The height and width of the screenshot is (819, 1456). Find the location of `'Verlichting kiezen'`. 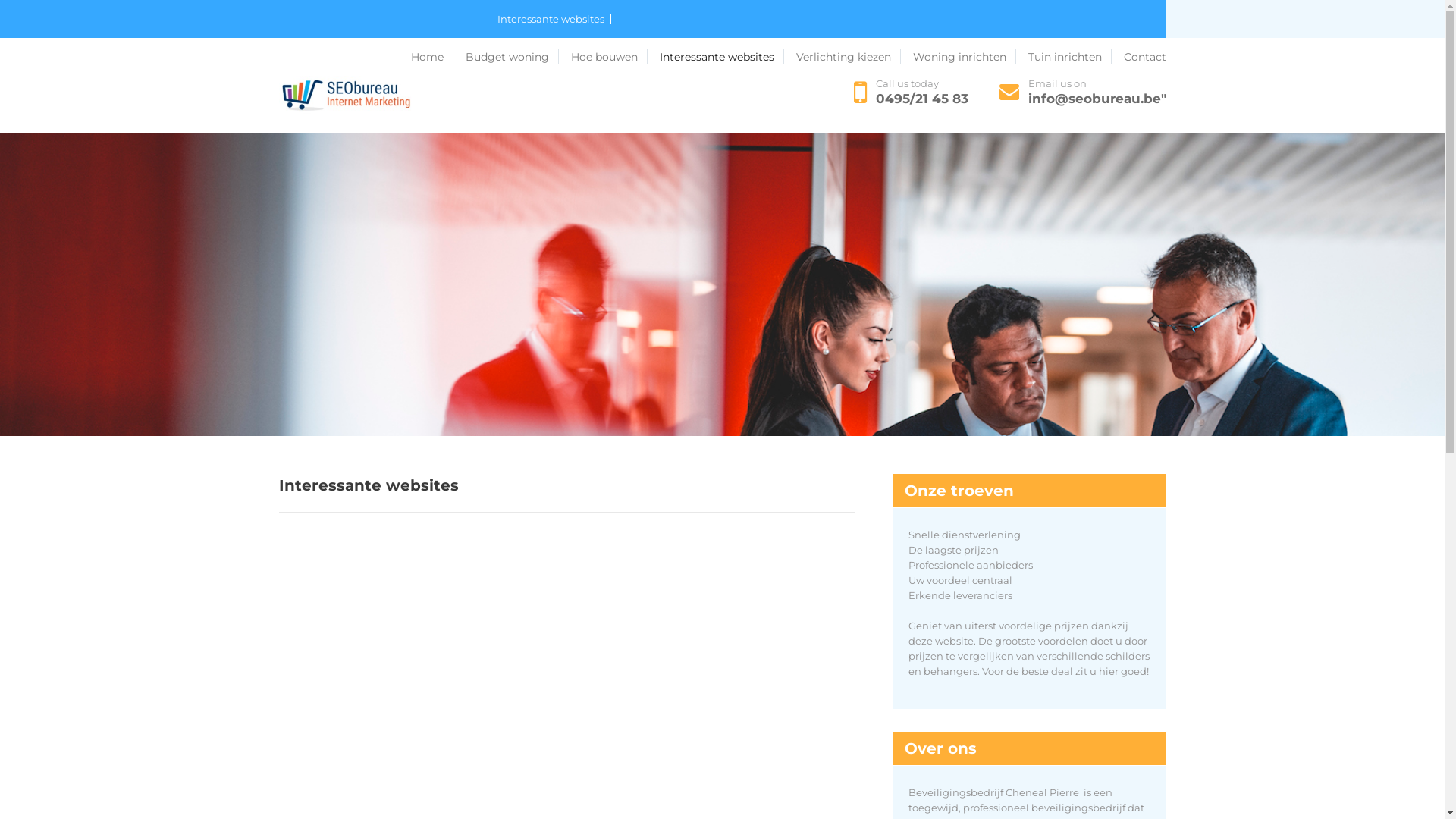

'Verlichting kiezen' is located at coordinates (896, 56).